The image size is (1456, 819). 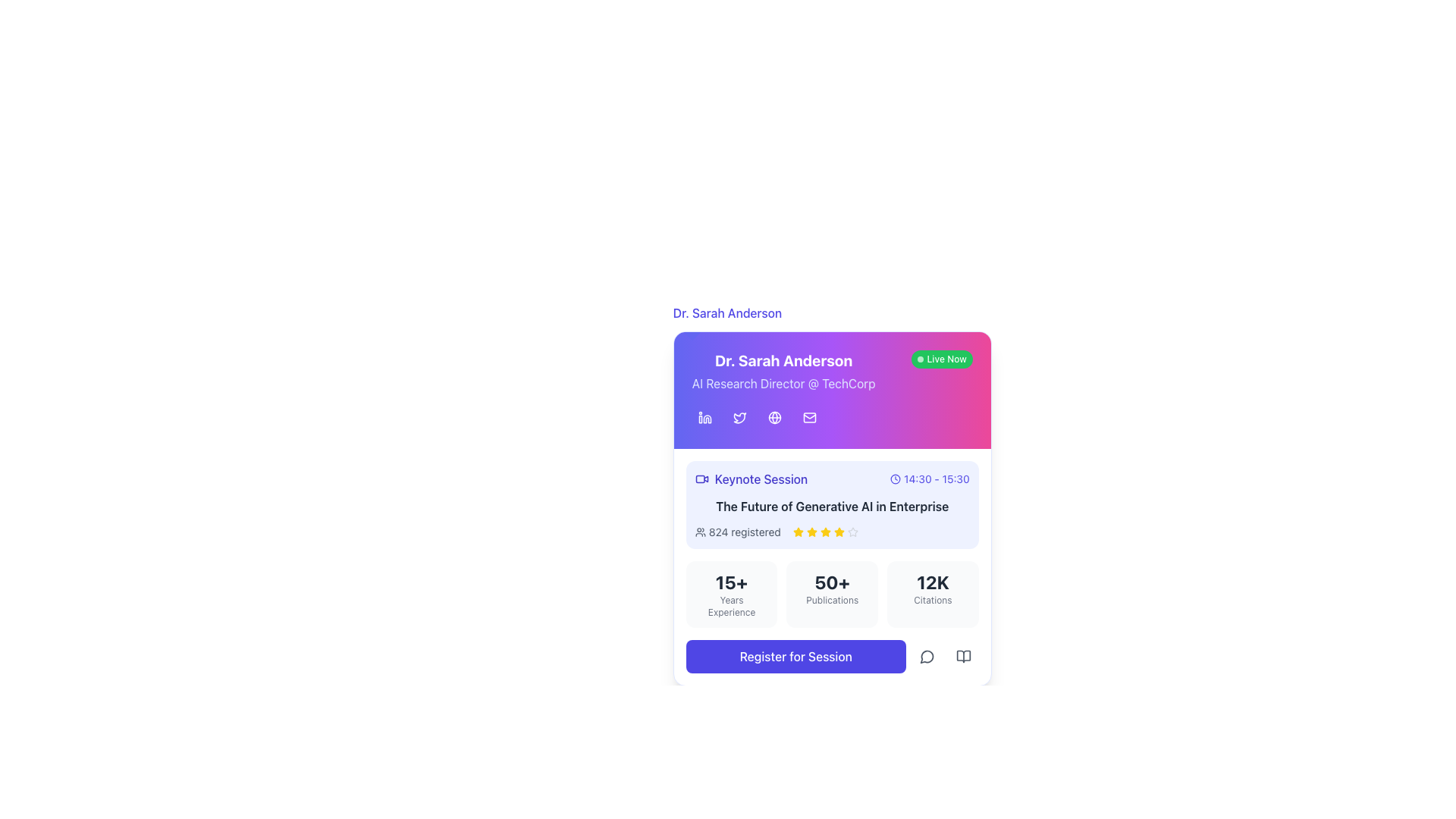 I want to click on the envelope-shaped icon button, which is the fifth icon from the left in a horizontal list of social media or contact method icons, so click(x=808, y=418).